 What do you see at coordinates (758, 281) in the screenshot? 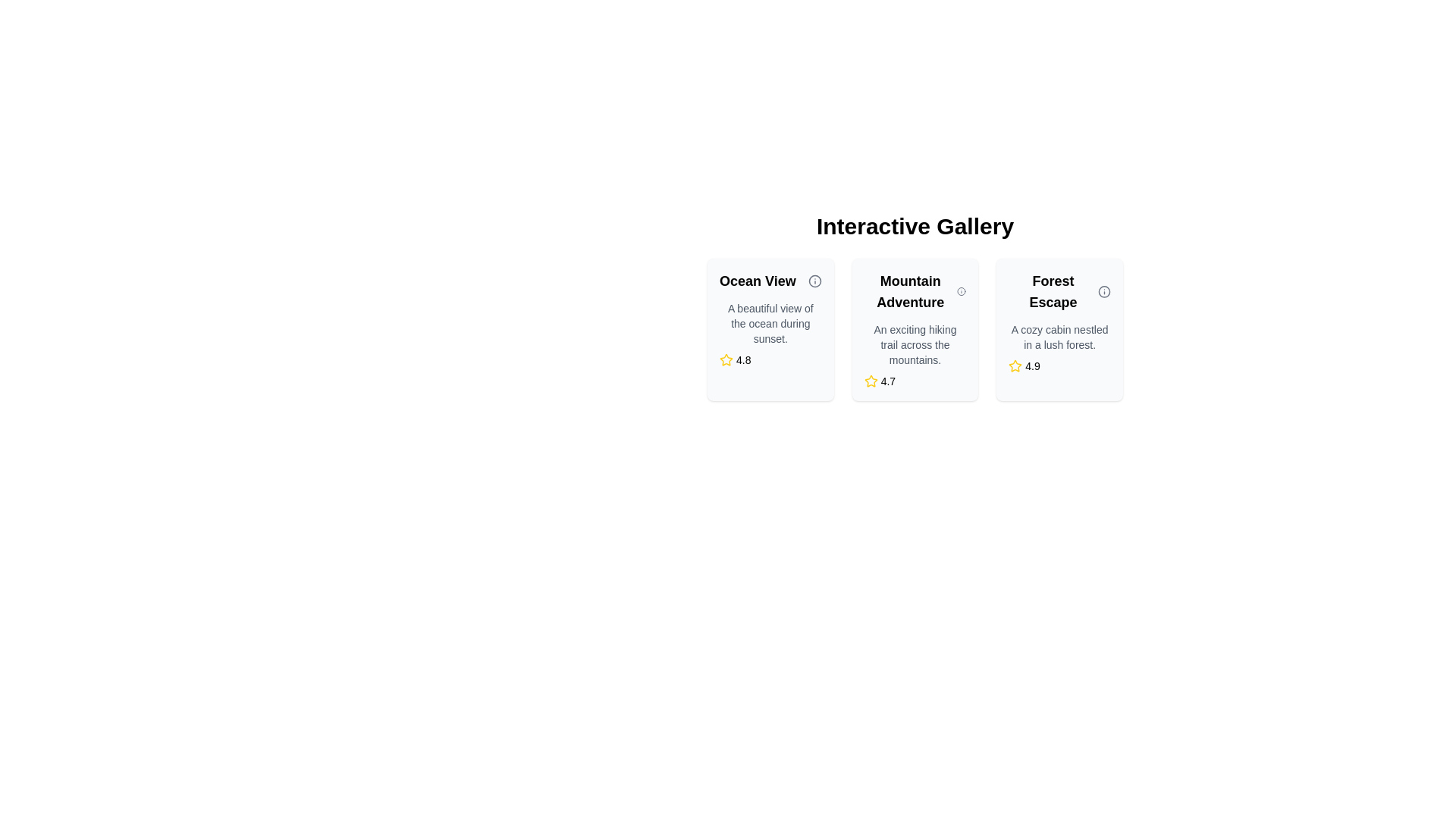
I see `header text 'Ocean View' which is styled in a large and bold font, located at the top-left corner of the first card in the grid layout under the main title 'Interactive Gallery'` at bounding box center [758, 281].